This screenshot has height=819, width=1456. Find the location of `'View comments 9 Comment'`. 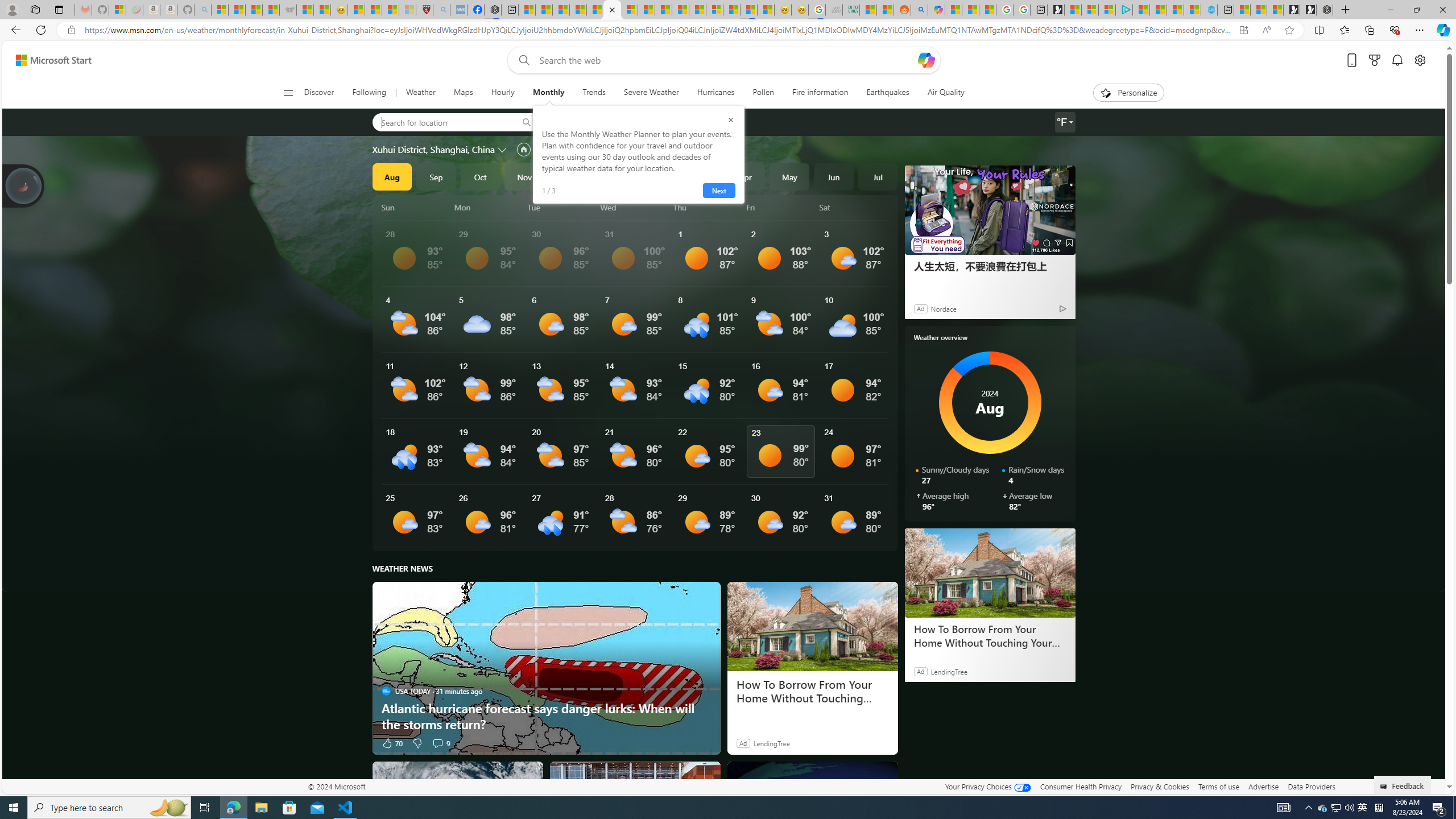

'View comments 9 Comment' is located at coordinates (437, 742).